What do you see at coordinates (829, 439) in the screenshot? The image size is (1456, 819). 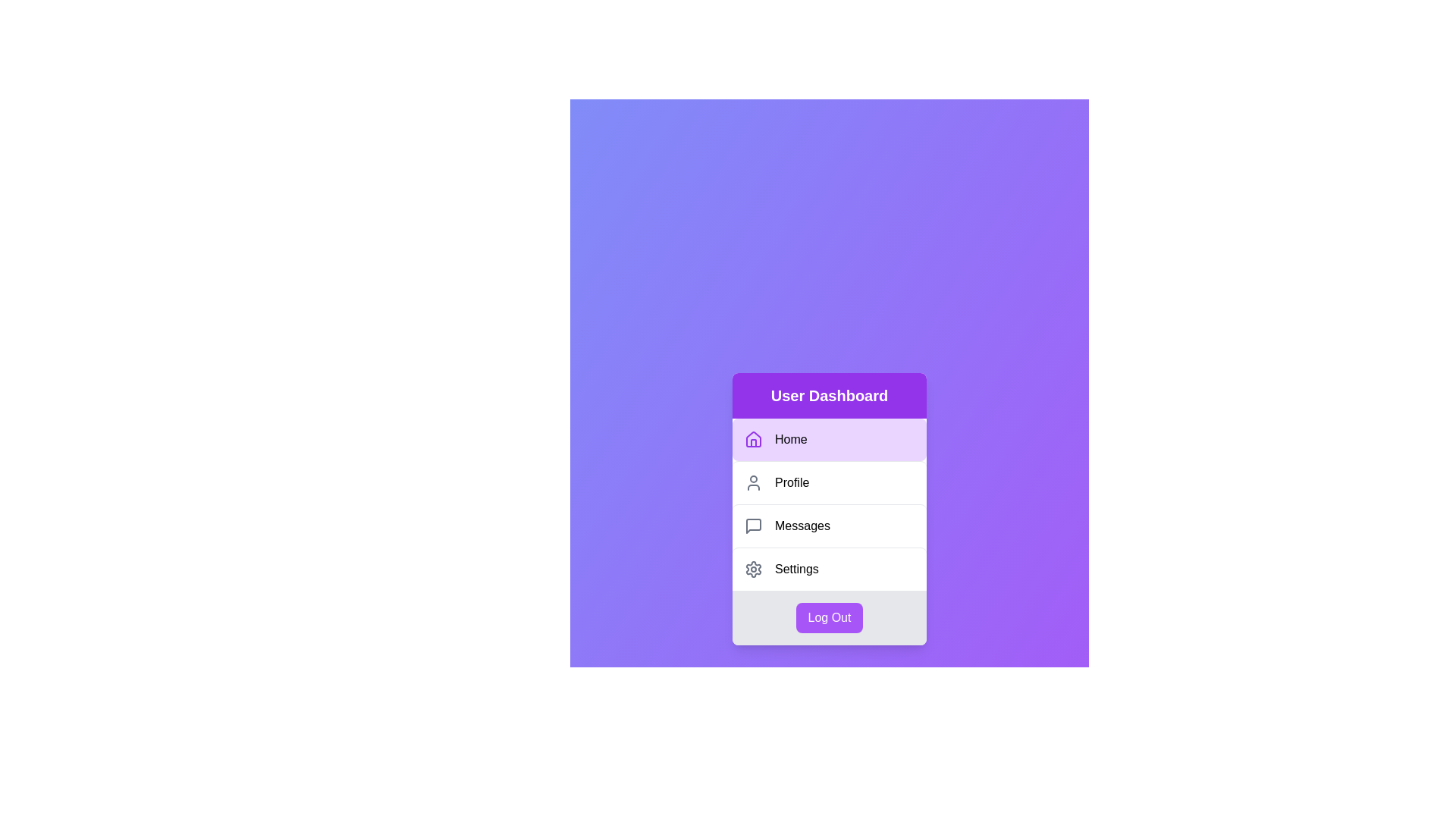 I see `the menu item labeled Home` at bounding box center [829, 439].